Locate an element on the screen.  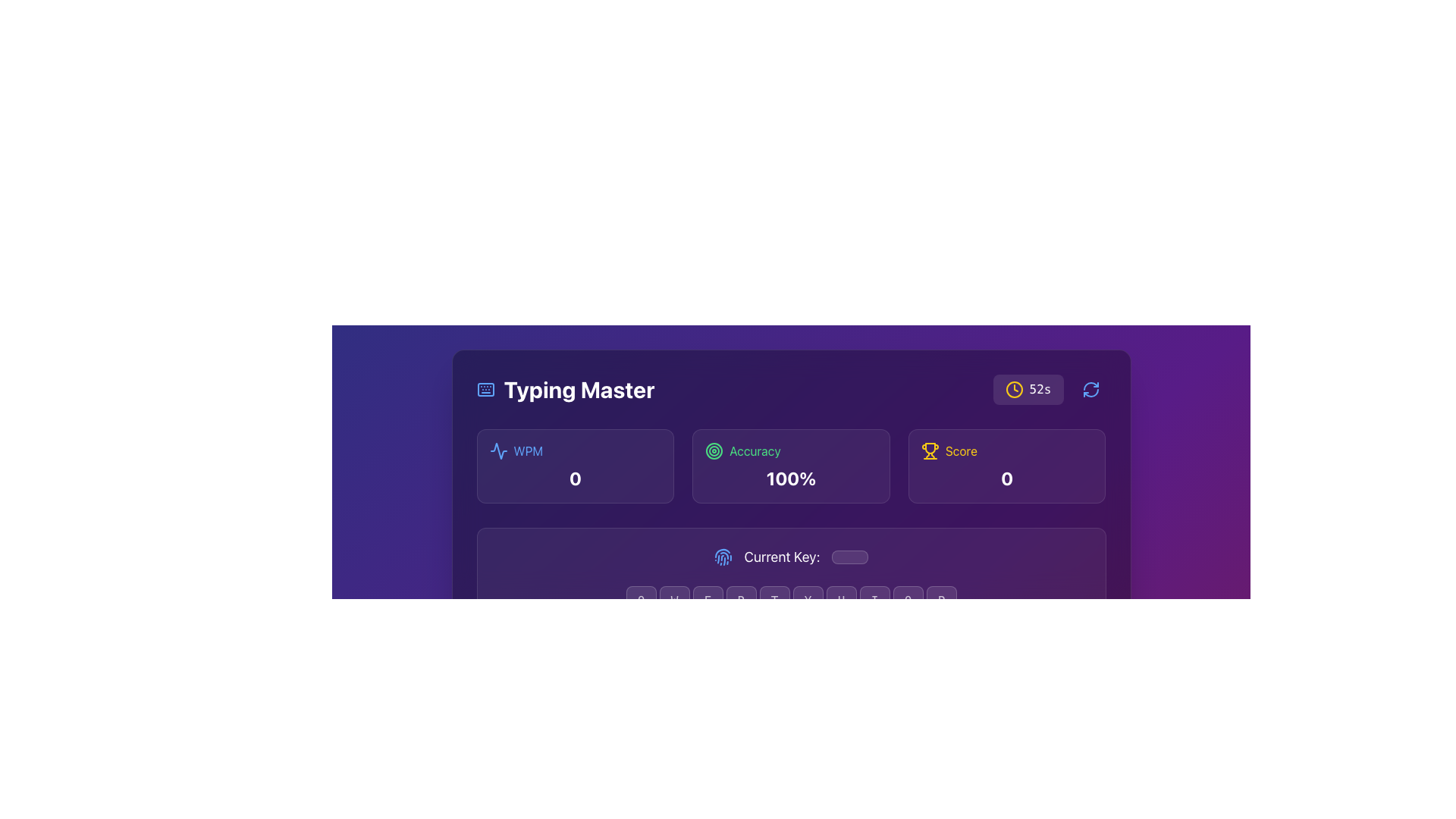
the 'WPM' text label, which is displayed in a bold light blue font on a dark purple background, located to the right of a small waveform icon is located at coordinates (528, 450).